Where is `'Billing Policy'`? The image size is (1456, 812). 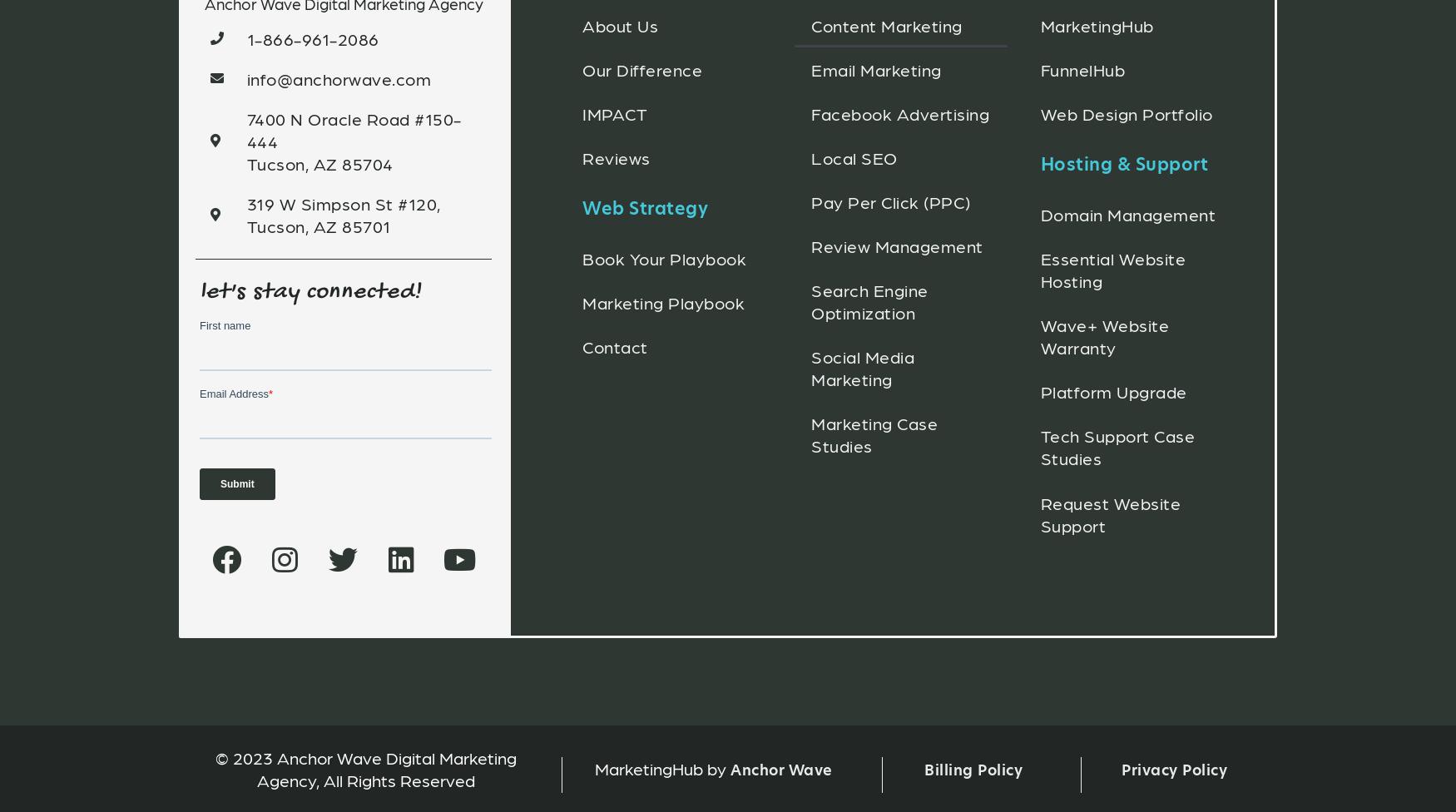
'Billing Policy' is located at coordinates (973, 768).